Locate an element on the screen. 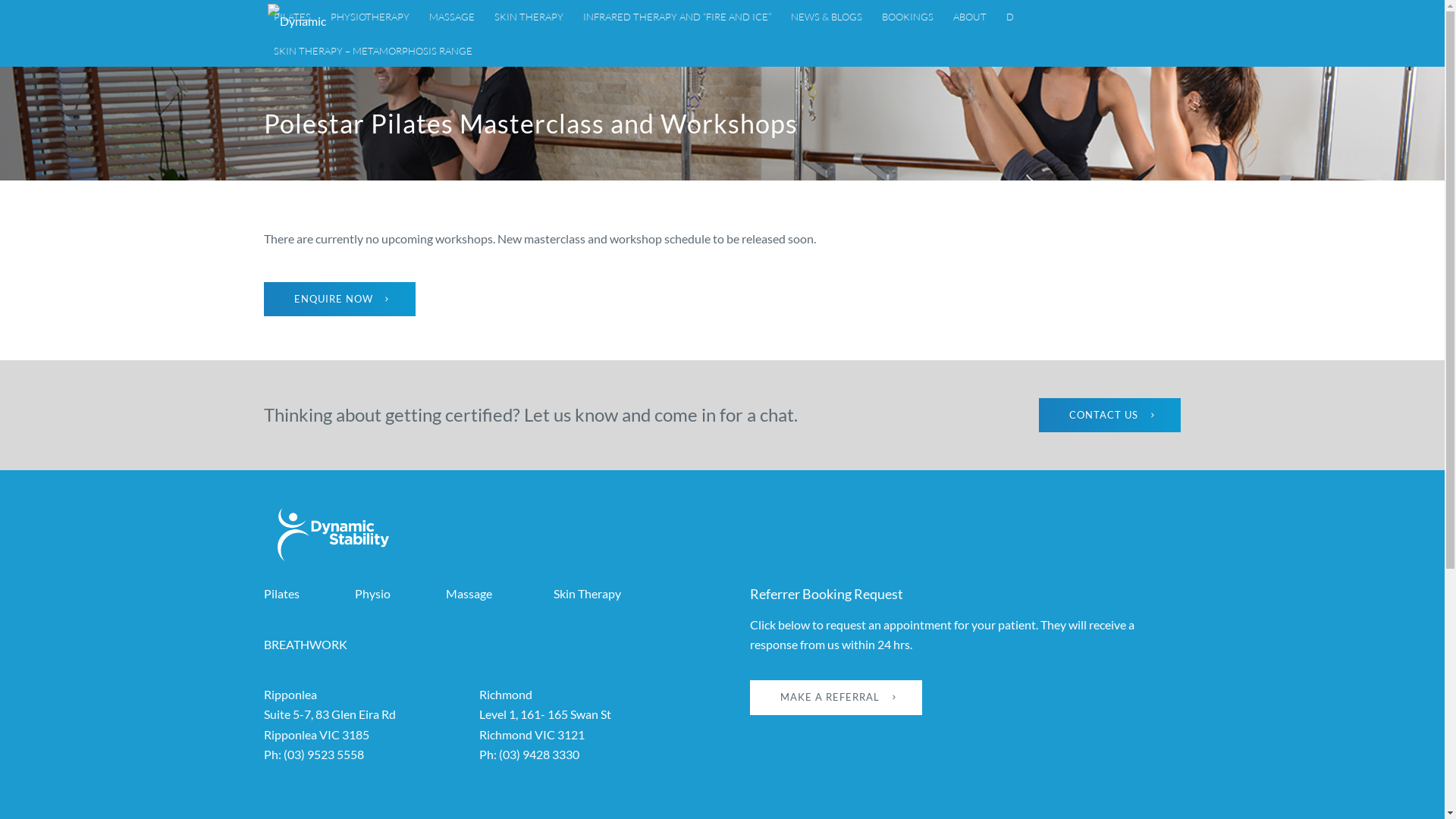 The height and width of the screenshot is (819, 1456). 'MASSAGE' is located at coordinates (450, 17).